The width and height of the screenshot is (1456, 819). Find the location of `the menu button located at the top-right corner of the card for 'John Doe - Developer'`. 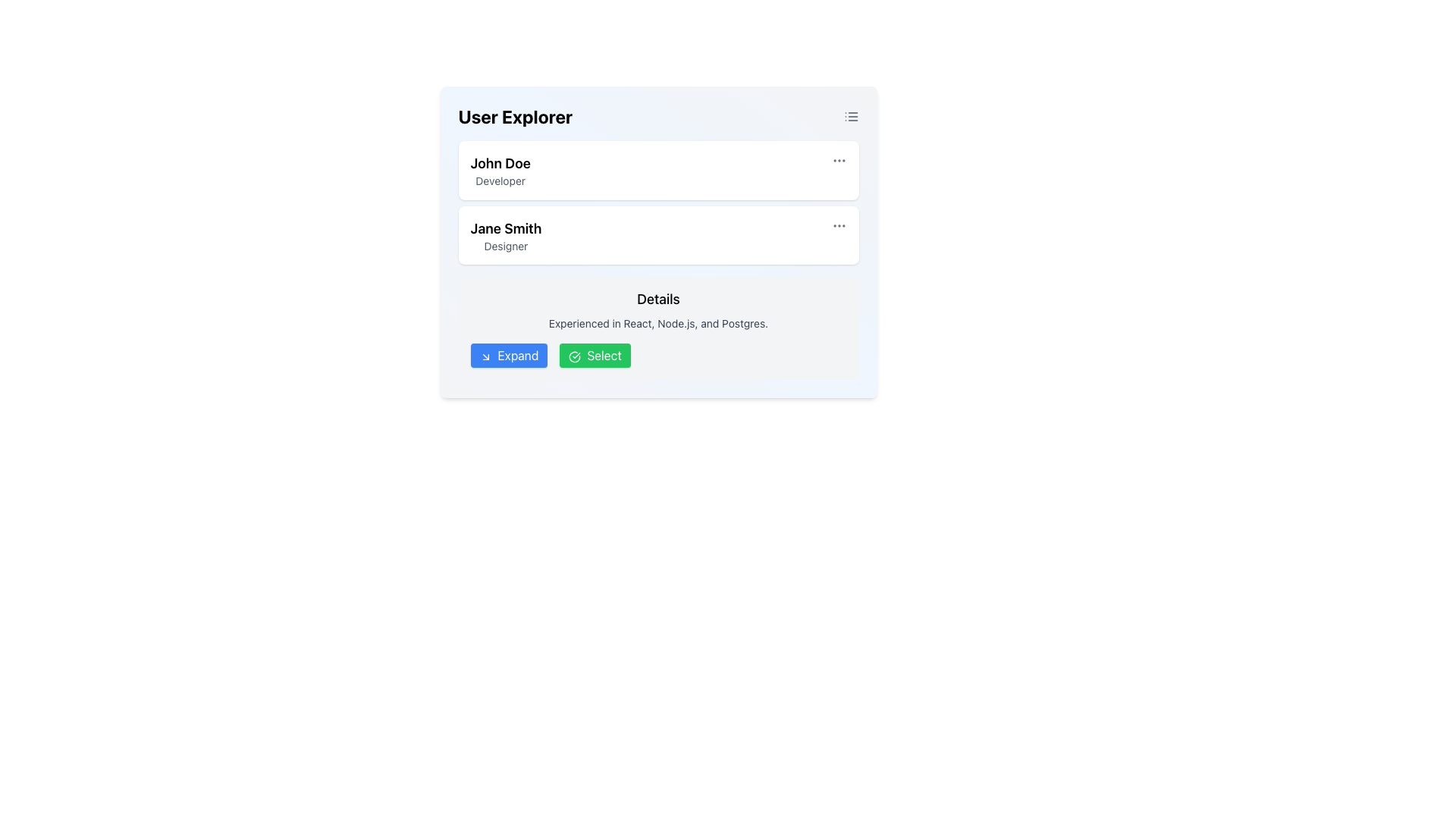

the menu button located at the top-right corner of the card for 'John Doe - Developer' is located at coordinates (838, 161).